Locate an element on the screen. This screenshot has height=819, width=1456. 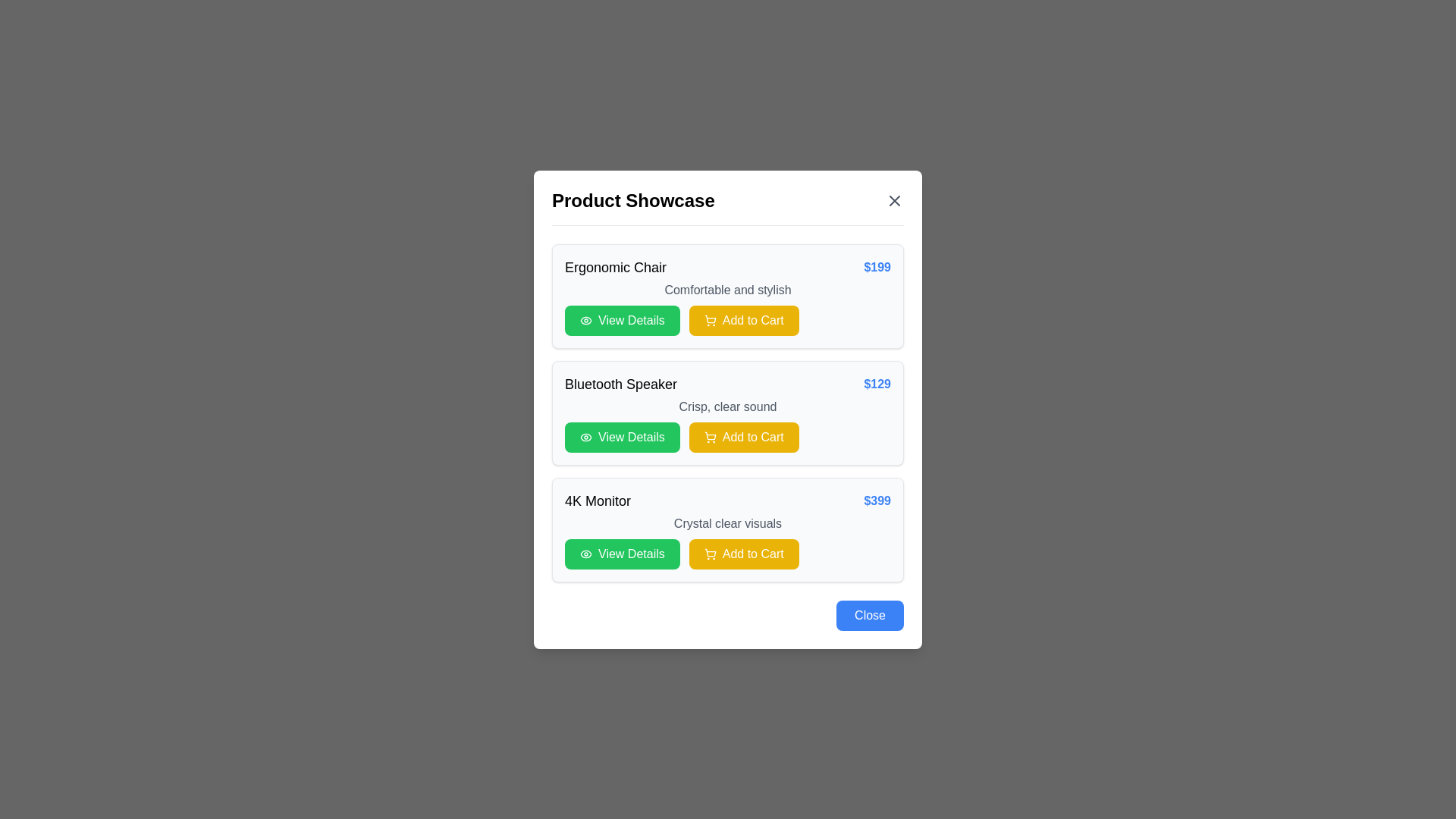
the static text price indicator for the 'Bluetooth Speaker' product, which is located towards the far right of the product row, next to the product description is located at coordinates (877, 383).